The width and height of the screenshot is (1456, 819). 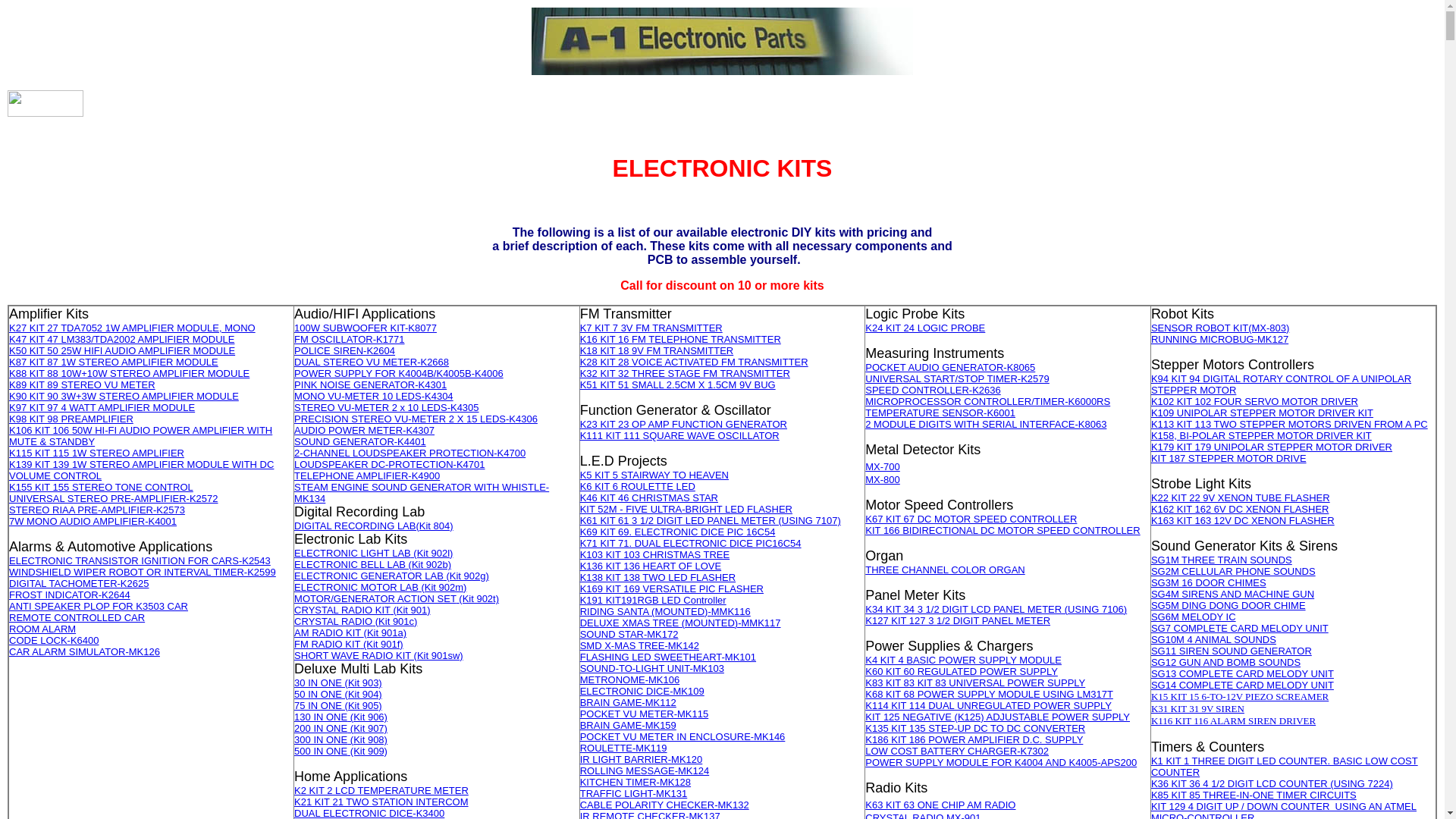 What do you see at coordinates (882, 466) in the screenshot?
I see `'MX-700'` at bounding box center [882, 466].